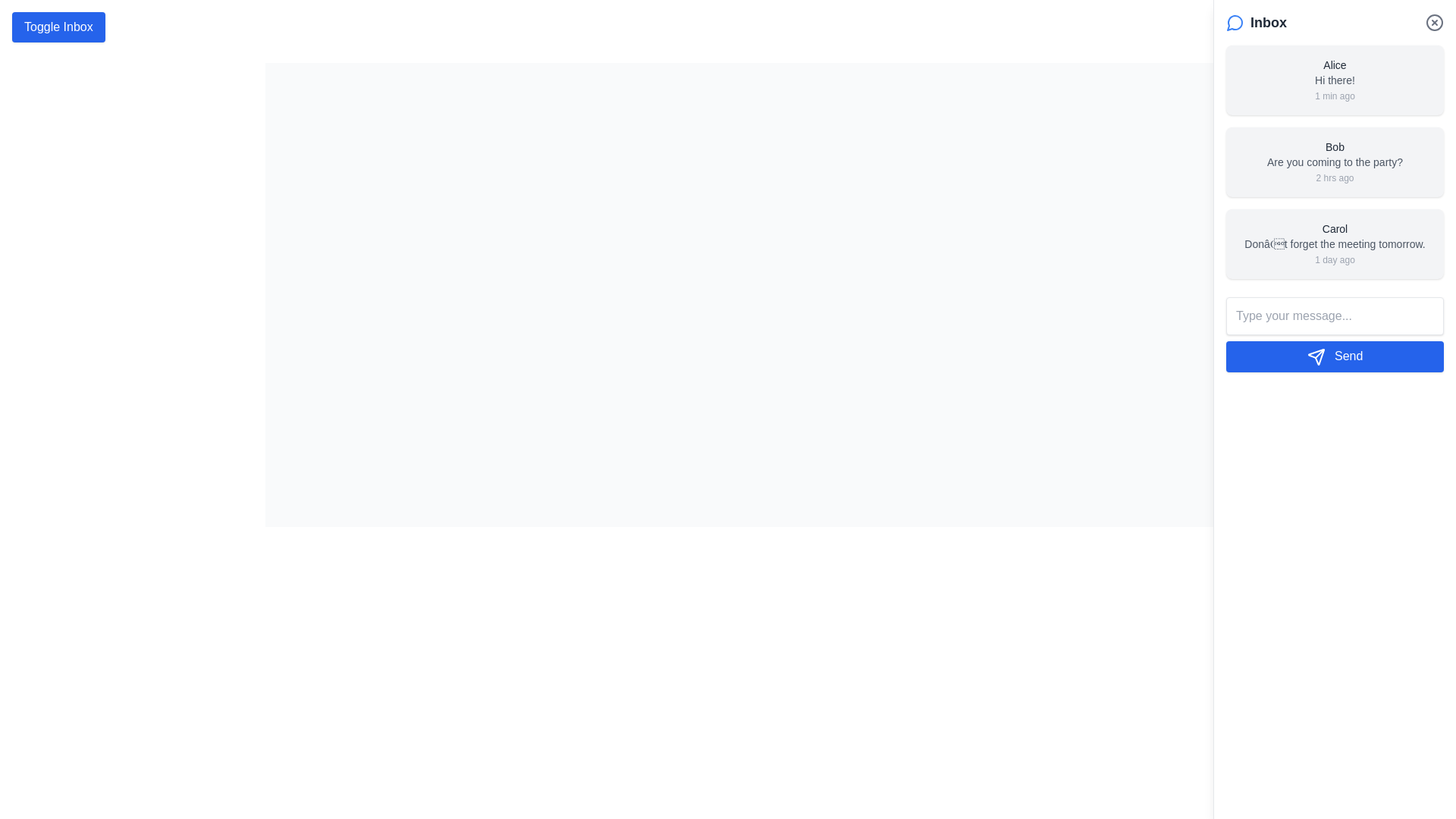 The height and width of the screenshot is (819, 1456). What do you see at coordinates (1256, 23) in the screenshot?
I see `the 'Inbox' text label located in the top-right corner of the interface, next to the close button` at bounding box center [1256, 23].